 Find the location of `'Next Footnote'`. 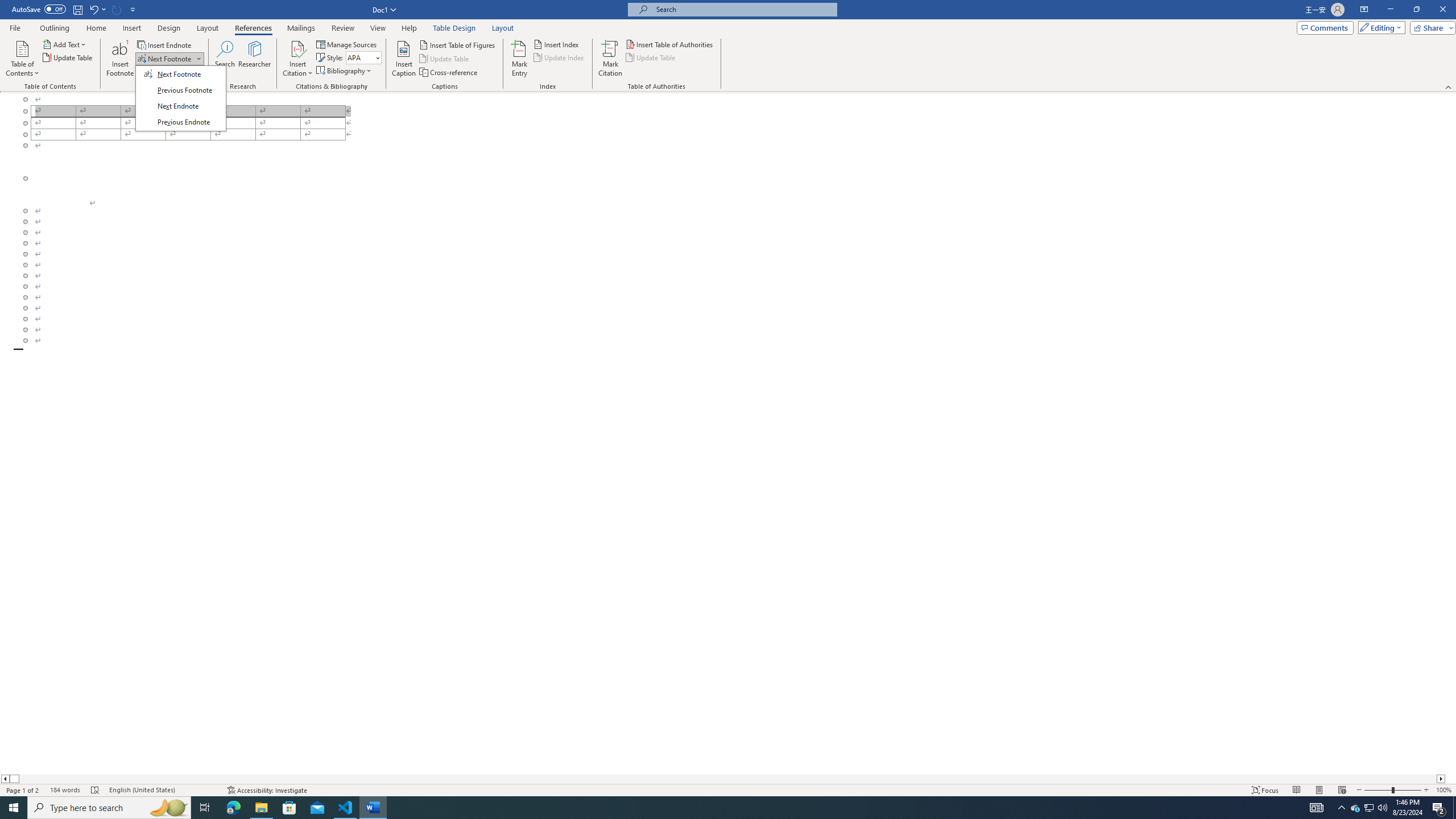

'Next Footnote' is located at coordinates (169, 59).